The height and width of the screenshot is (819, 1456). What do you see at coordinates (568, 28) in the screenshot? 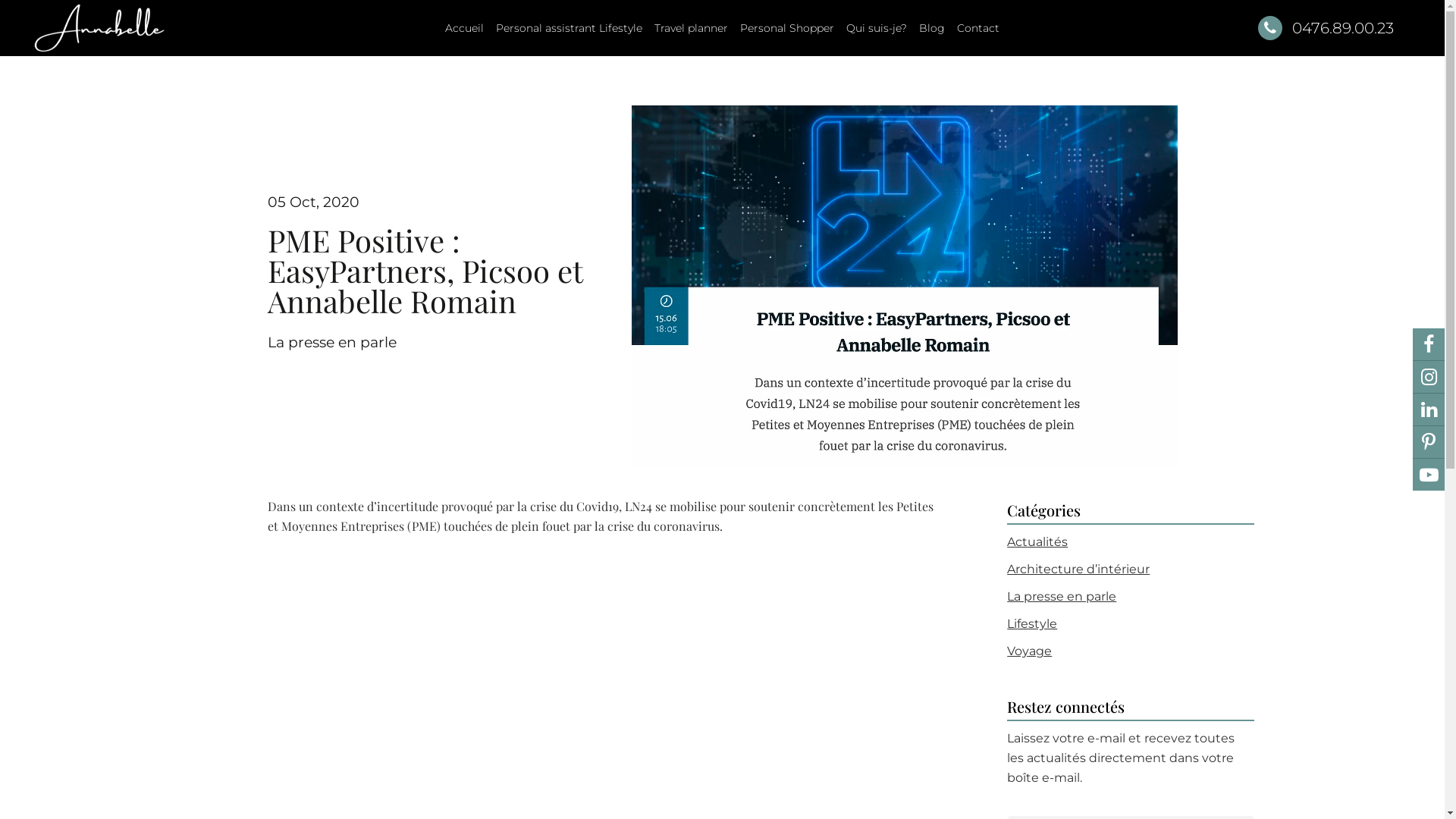
I see `'Personal assistrant Lifestyle'` at bounding box center [568, 28].